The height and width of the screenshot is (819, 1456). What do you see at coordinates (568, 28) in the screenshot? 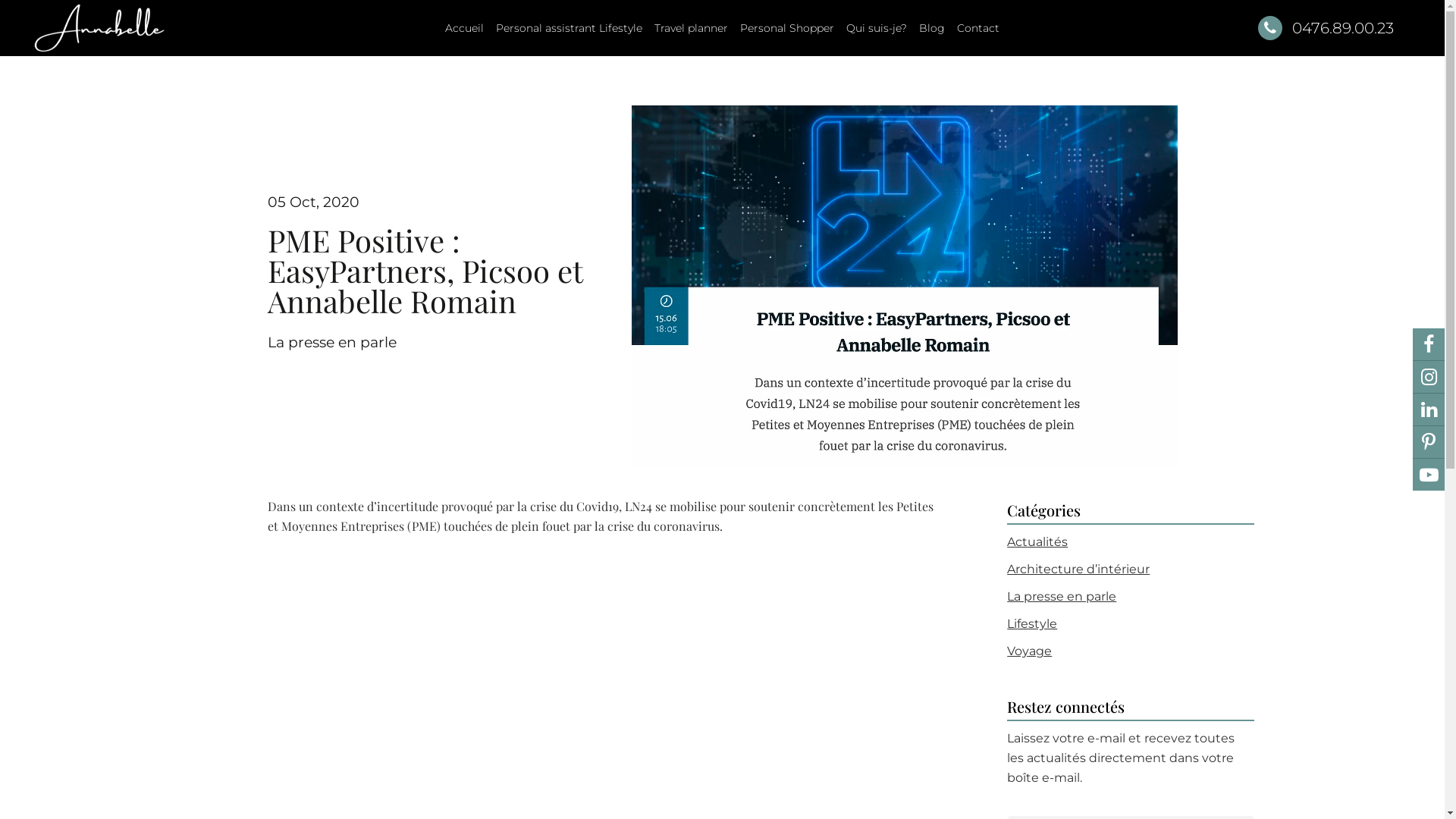
I see `'Personal assistrant Lifestyle'` at bounding box center [568, 28].